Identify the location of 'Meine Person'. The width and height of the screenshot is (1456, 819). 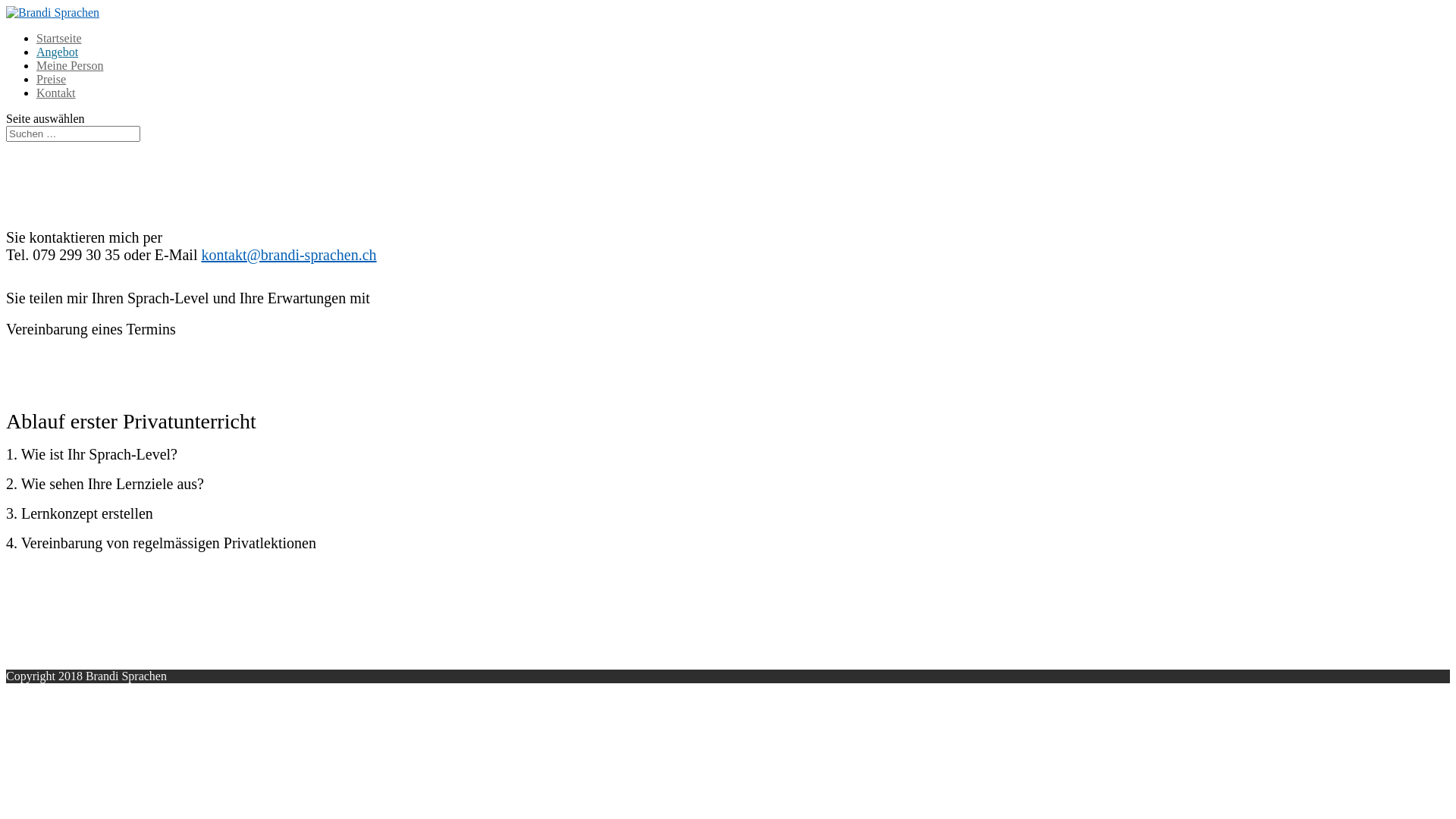
(68, 64).